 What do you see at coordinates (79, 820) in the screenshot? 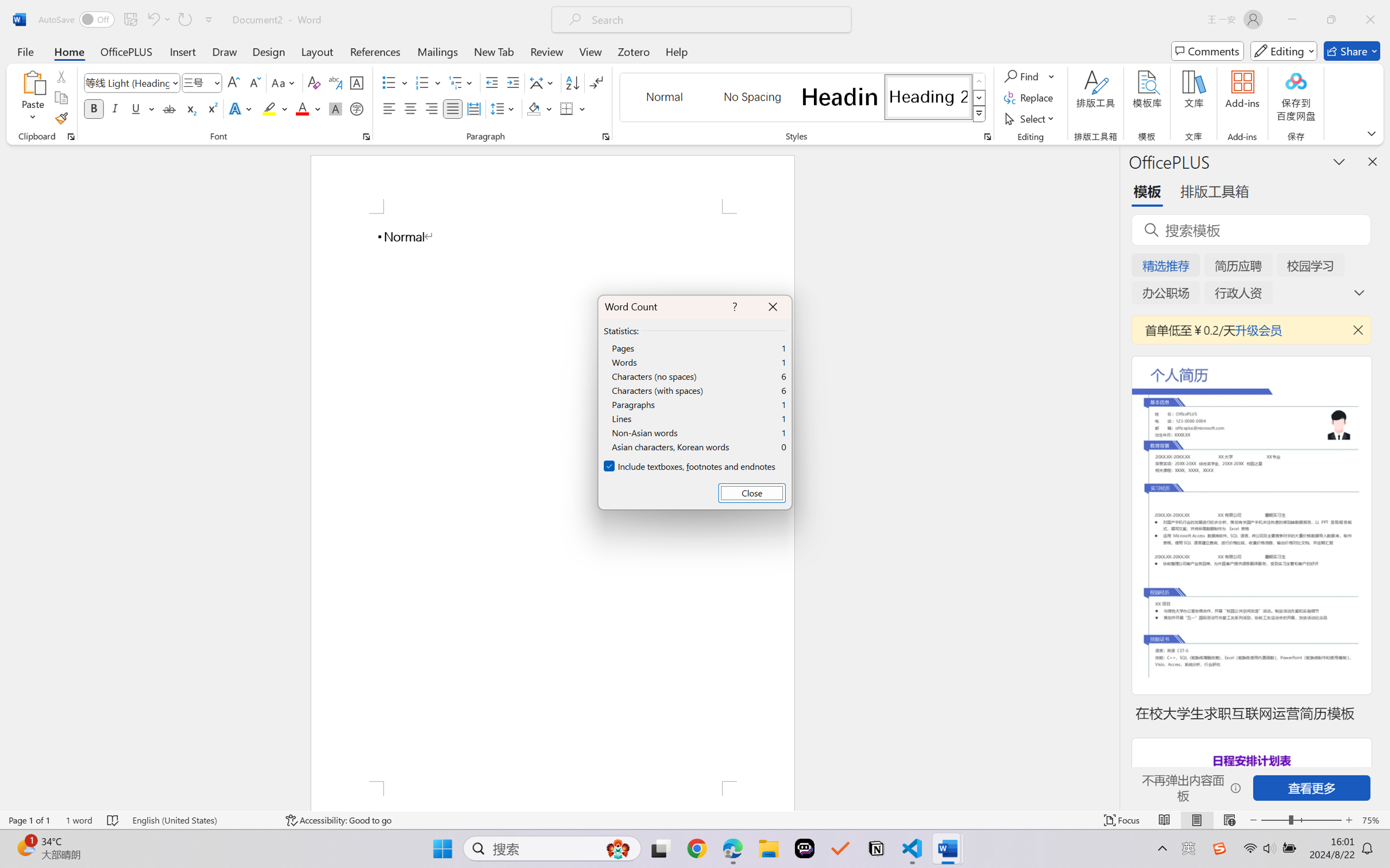
I see `'Word Count 1 word'` at bounding box center [79, 820].